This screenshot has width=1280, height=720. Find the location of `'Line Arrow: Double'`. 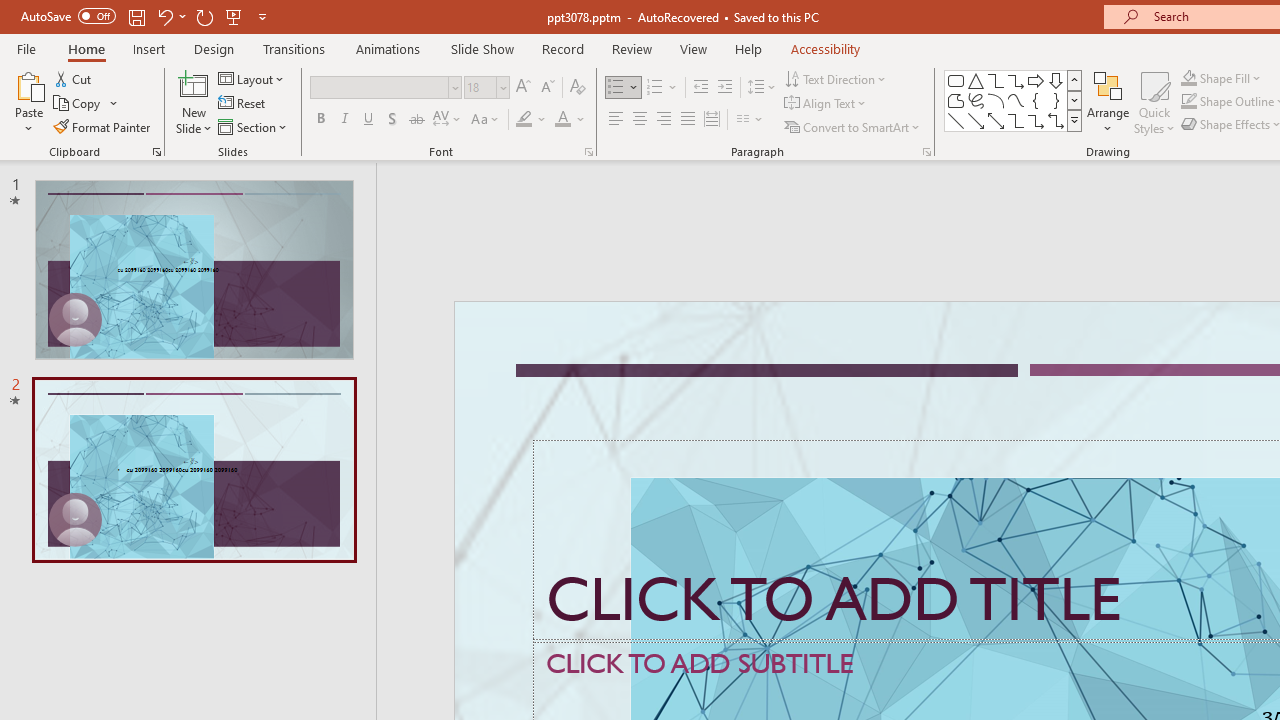

'Line Arrow: Double' is located at coordinates (995, 120).